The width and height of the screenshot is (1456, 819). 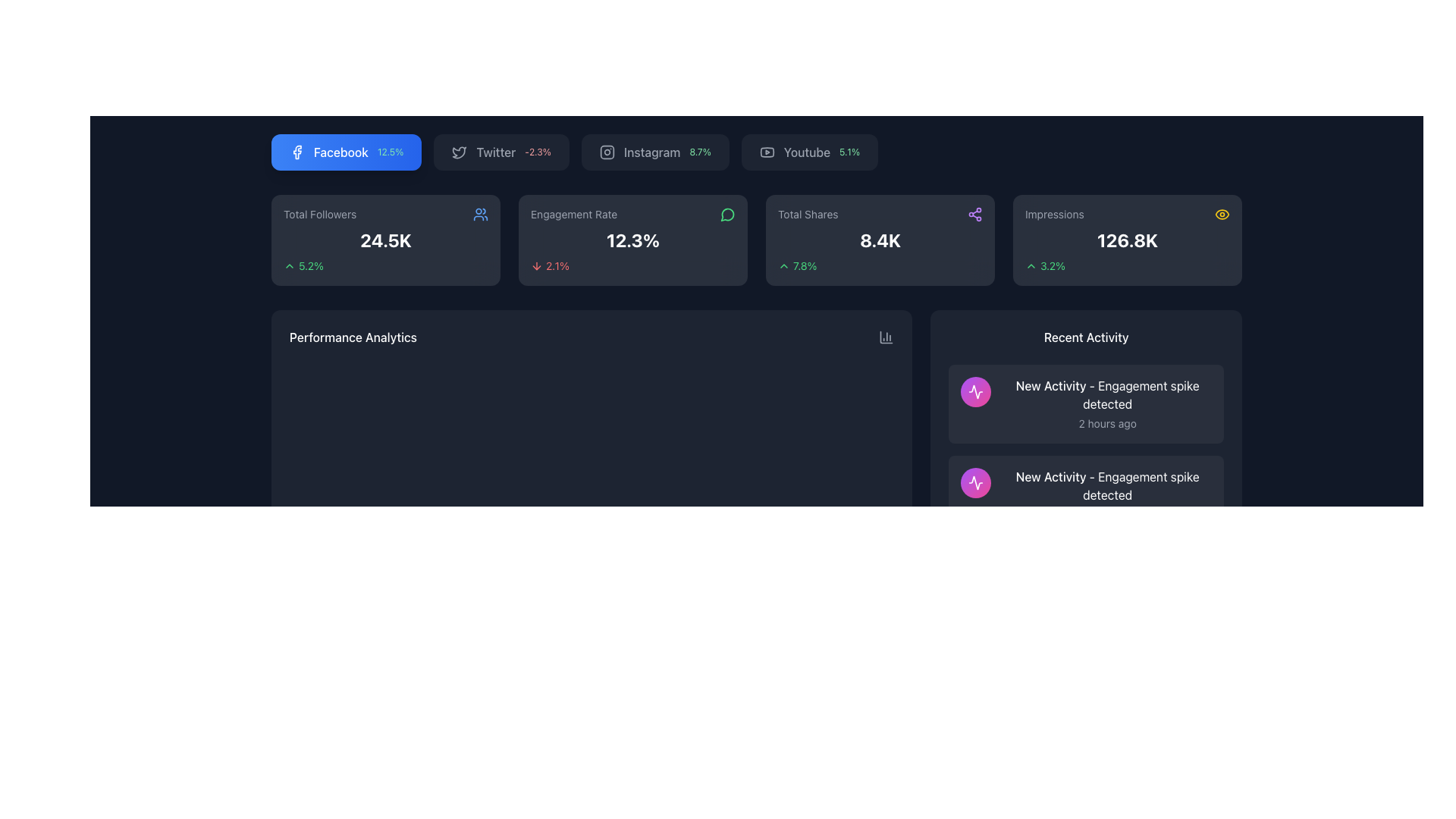 What do you see at coordinates (496, 152) in the screenshot?
I see `the Text Label displaying 'Twitter' by moving the cursor to its center point` at bounding box center [496, 152].